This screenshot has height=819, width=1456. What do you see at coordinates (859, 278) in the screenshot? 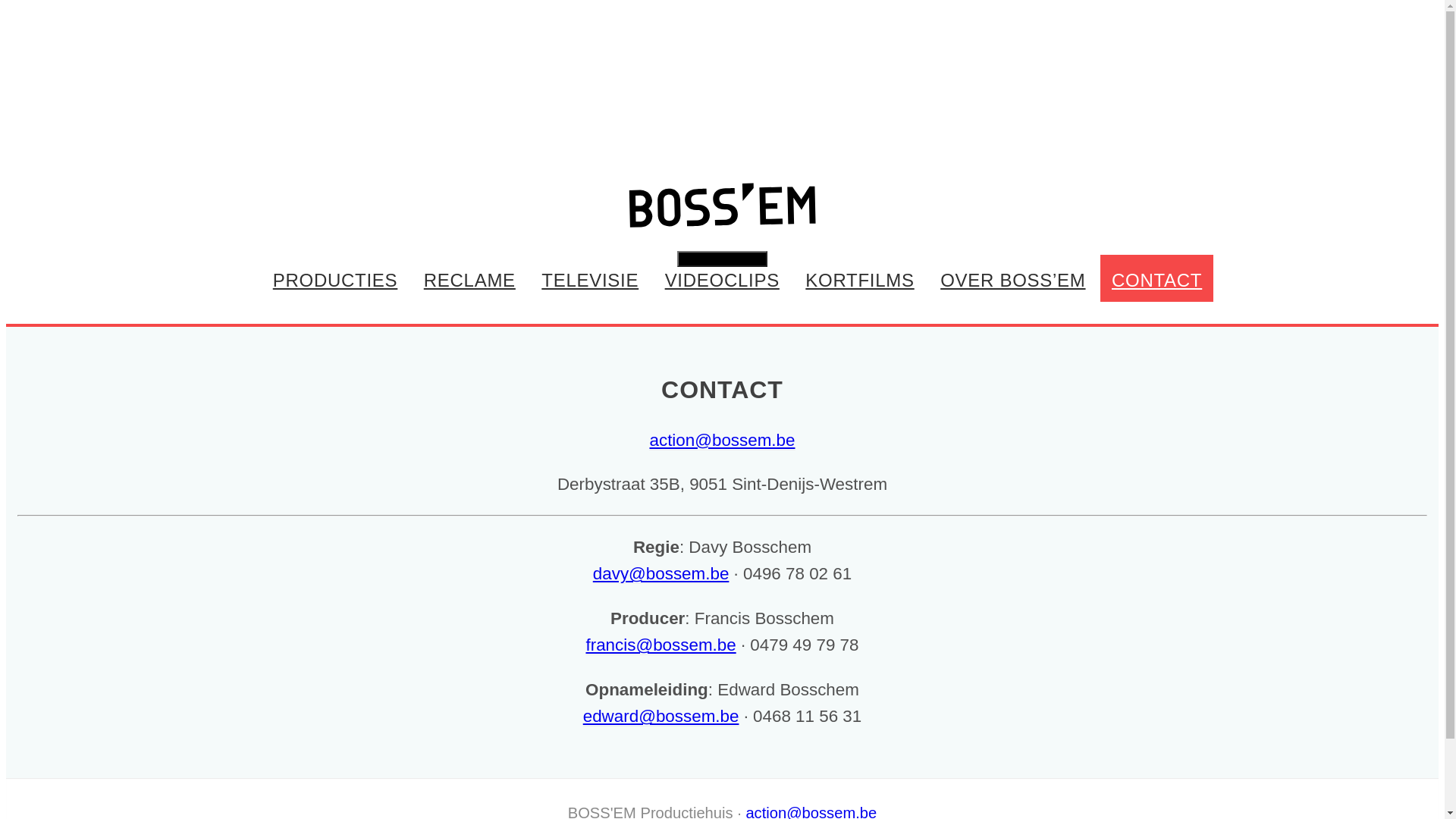
I see `'KORTFILMS'` at bounding box center [859, 278].